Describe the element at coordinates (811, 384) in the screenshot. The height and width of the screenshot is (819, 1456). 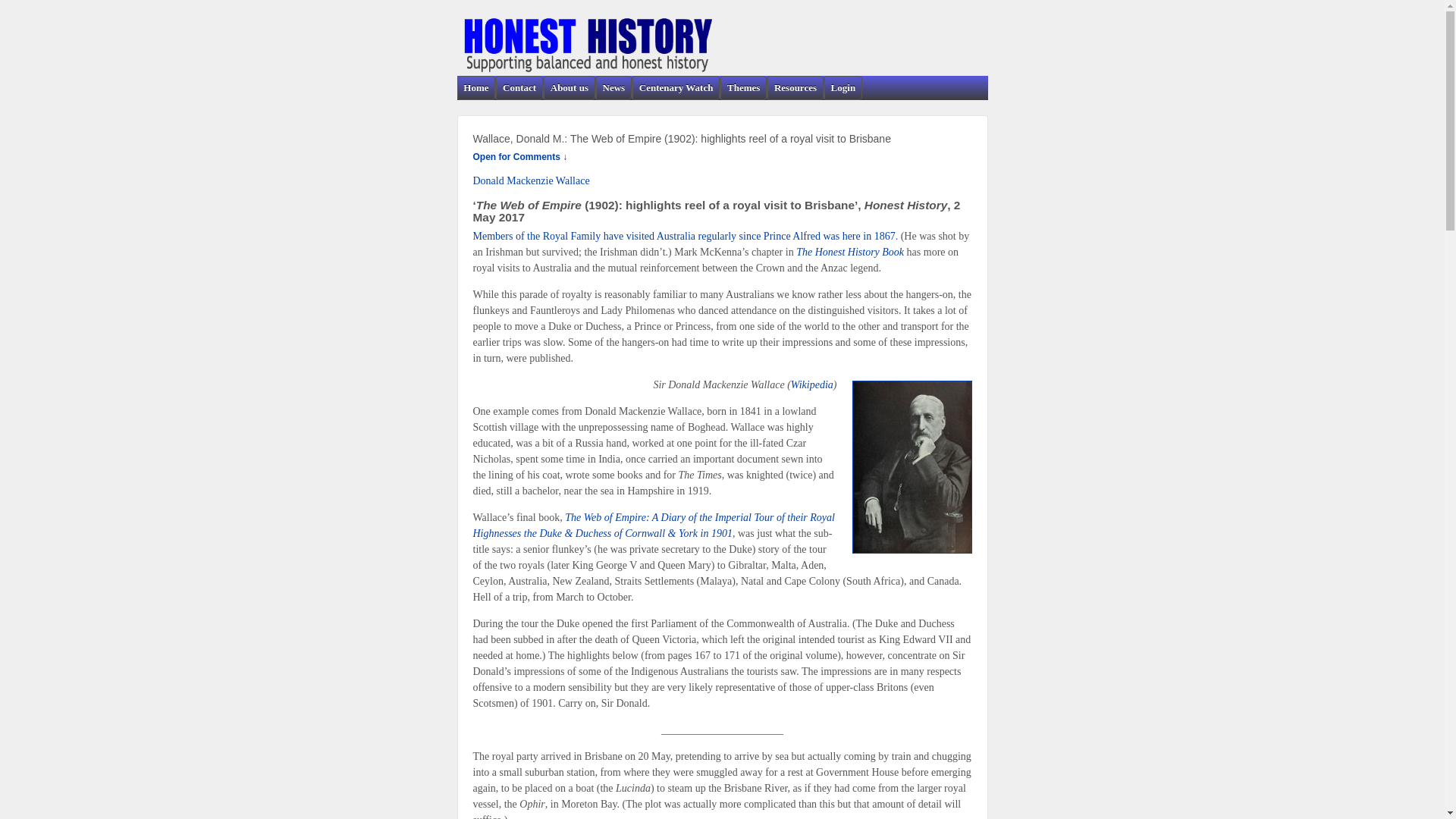
I see `'Wikipedia'` at that location.